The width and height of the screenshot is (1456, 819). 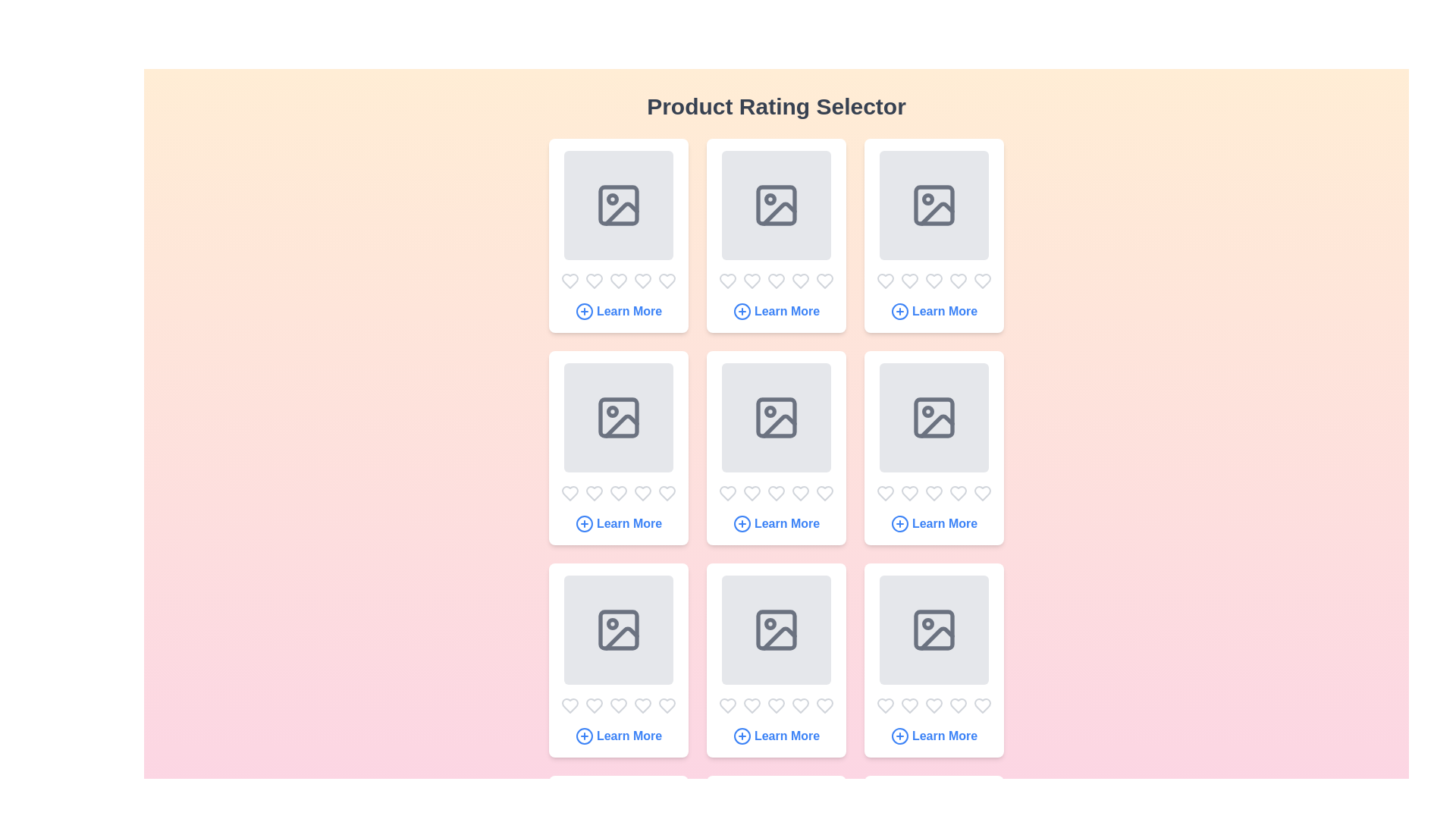 I want to click on the image placeholder of the first product, so click(x=619, y=205).